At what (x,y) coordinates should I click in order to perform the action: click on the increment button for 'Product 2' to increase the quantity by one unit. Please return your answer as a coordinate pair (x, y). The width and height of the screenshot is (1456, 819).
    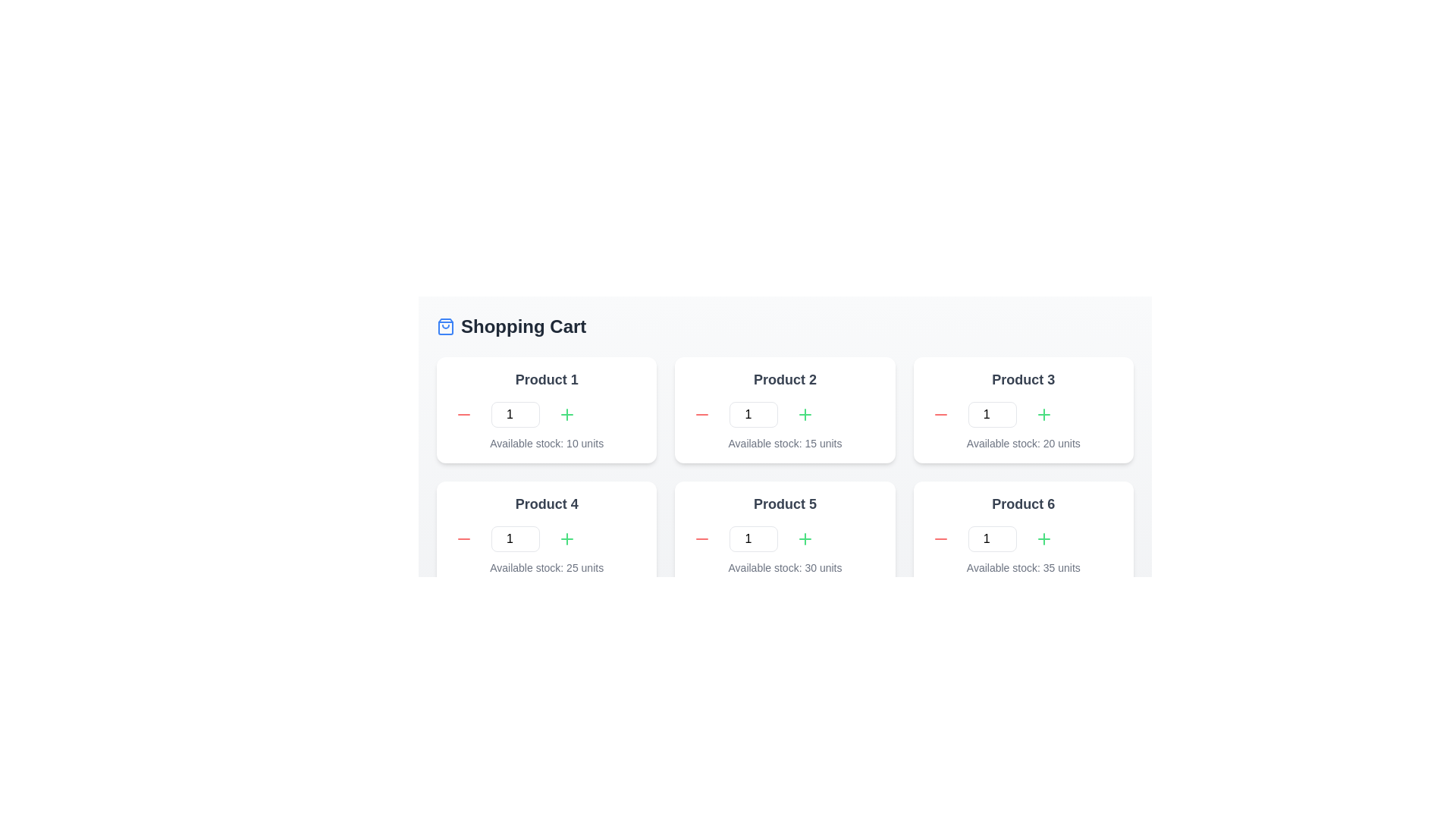
    Looking at the image, I should click on (805, 415).